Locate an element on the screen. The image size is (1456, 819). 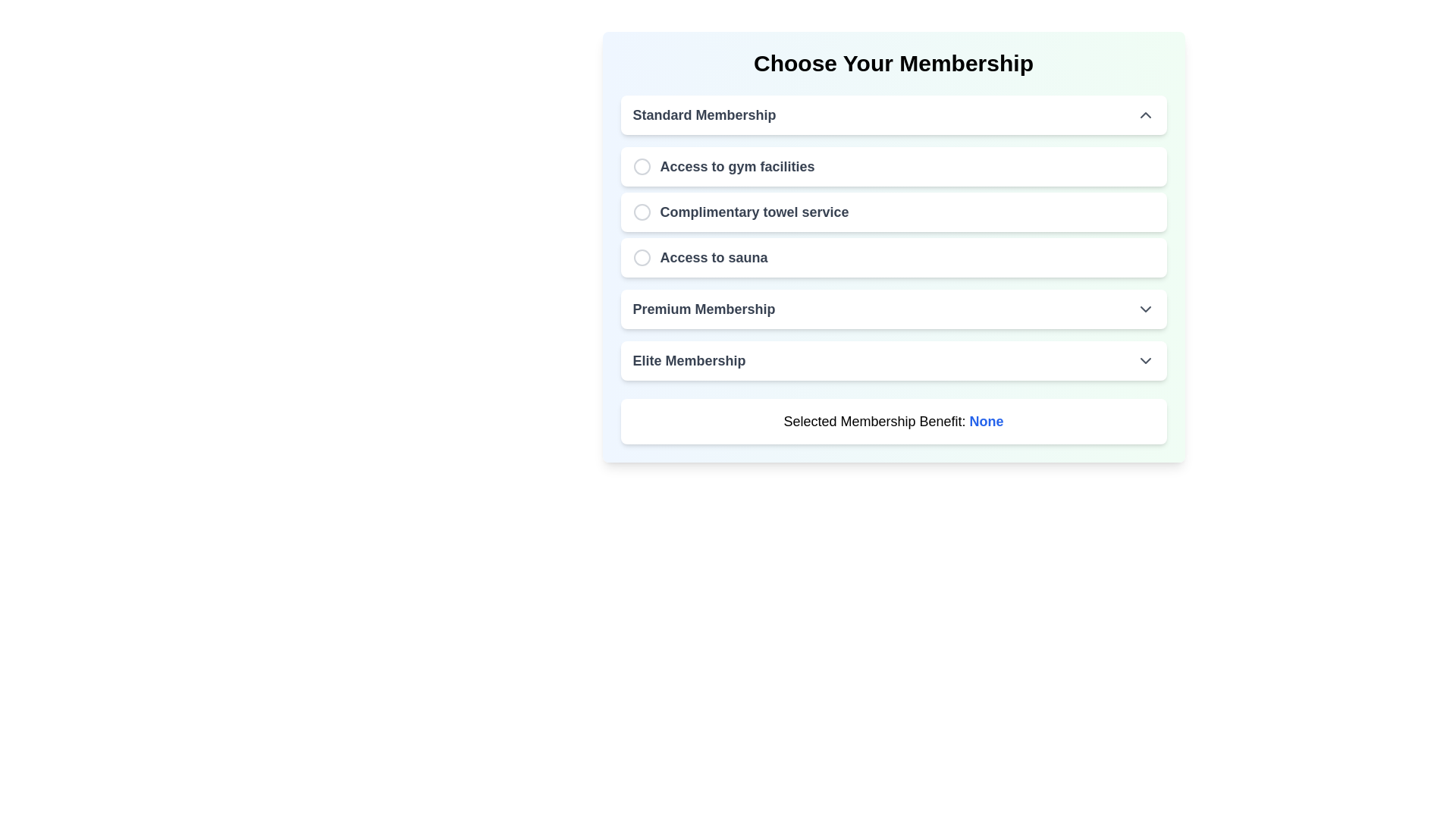
the radio button next to the text 'Complimentary towel service' is located at coordinates (642, 212).